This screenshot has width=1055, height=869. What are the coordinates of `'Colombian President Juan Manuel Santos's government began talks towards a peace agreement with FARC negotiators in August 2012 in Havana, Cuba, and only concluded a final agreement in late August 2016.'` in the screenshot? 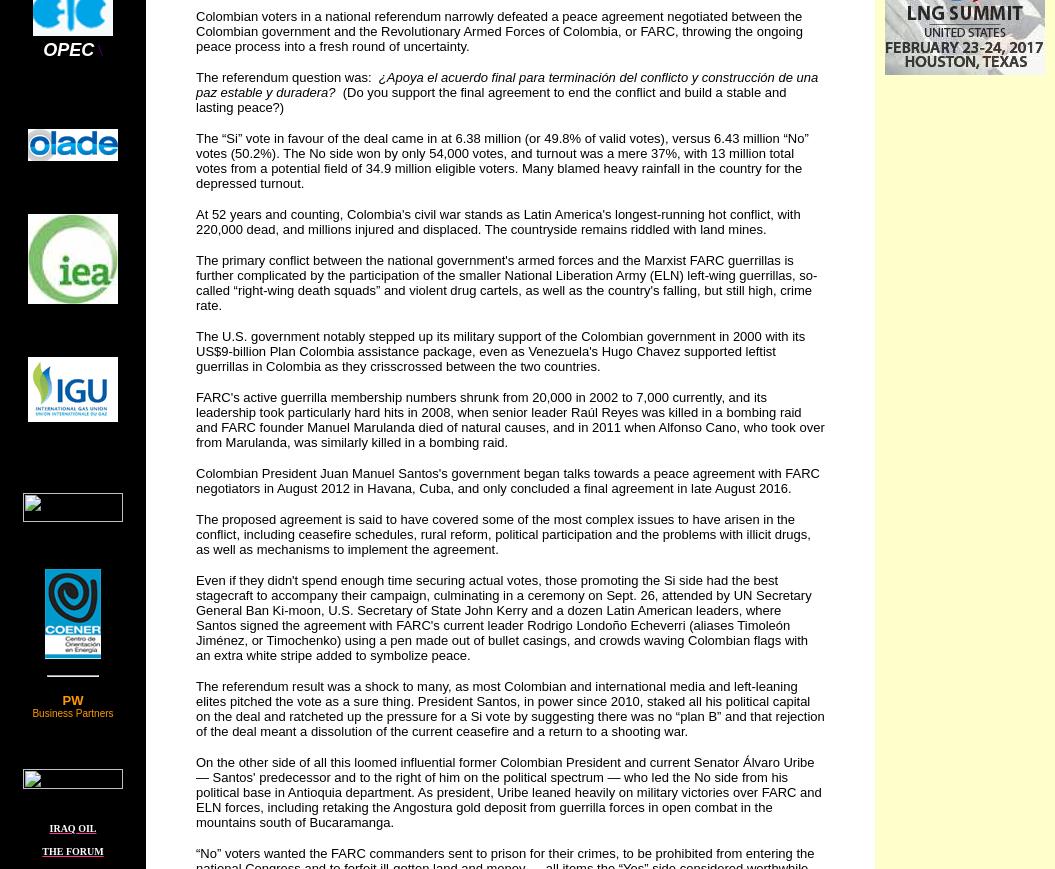 It's located at (507, 480).